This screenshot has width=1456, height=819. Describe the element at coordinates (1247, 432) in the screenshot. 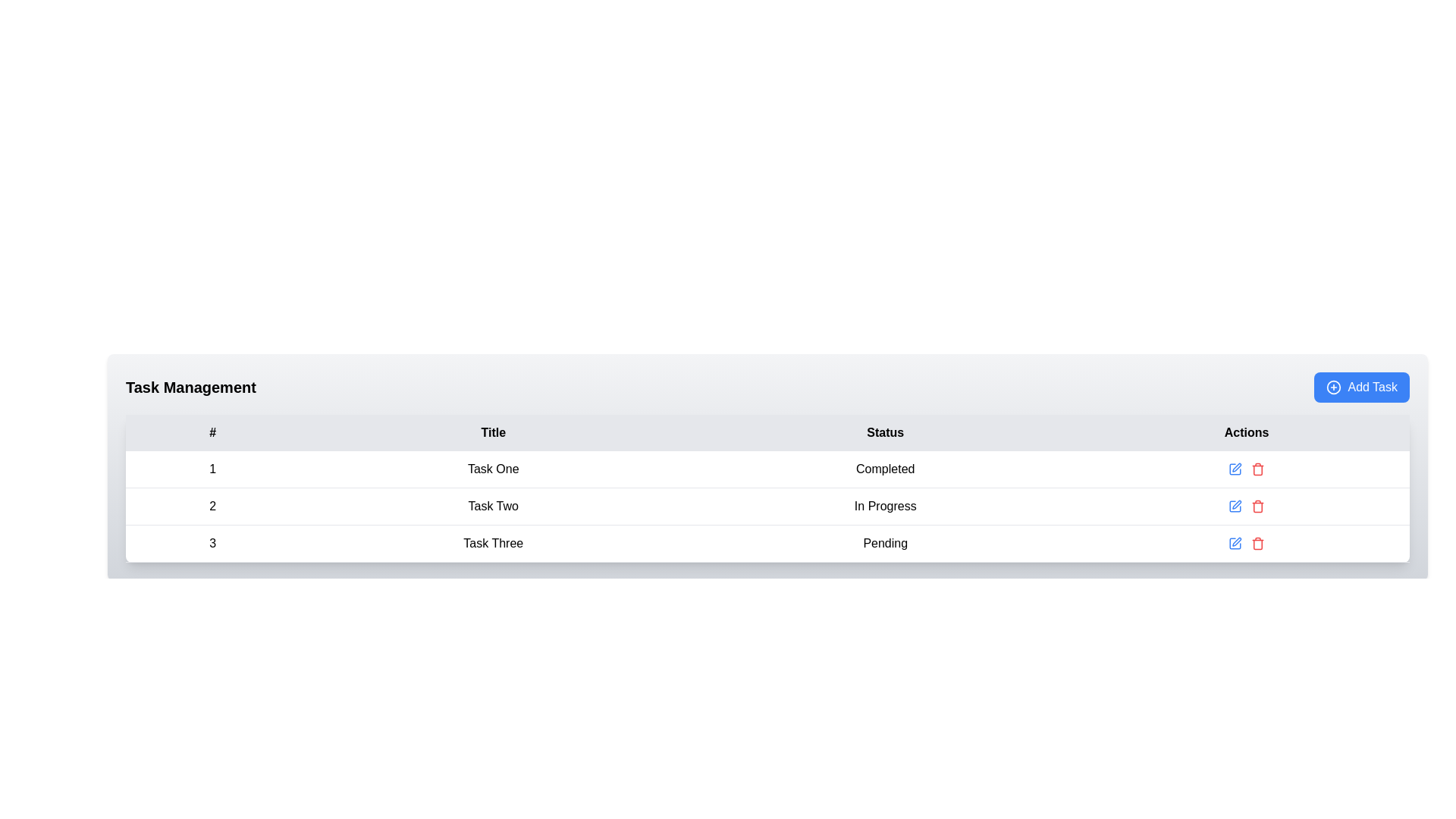

I see `the text label displaying 'Actions' located in the rightmost column header of a table structure` at that location.